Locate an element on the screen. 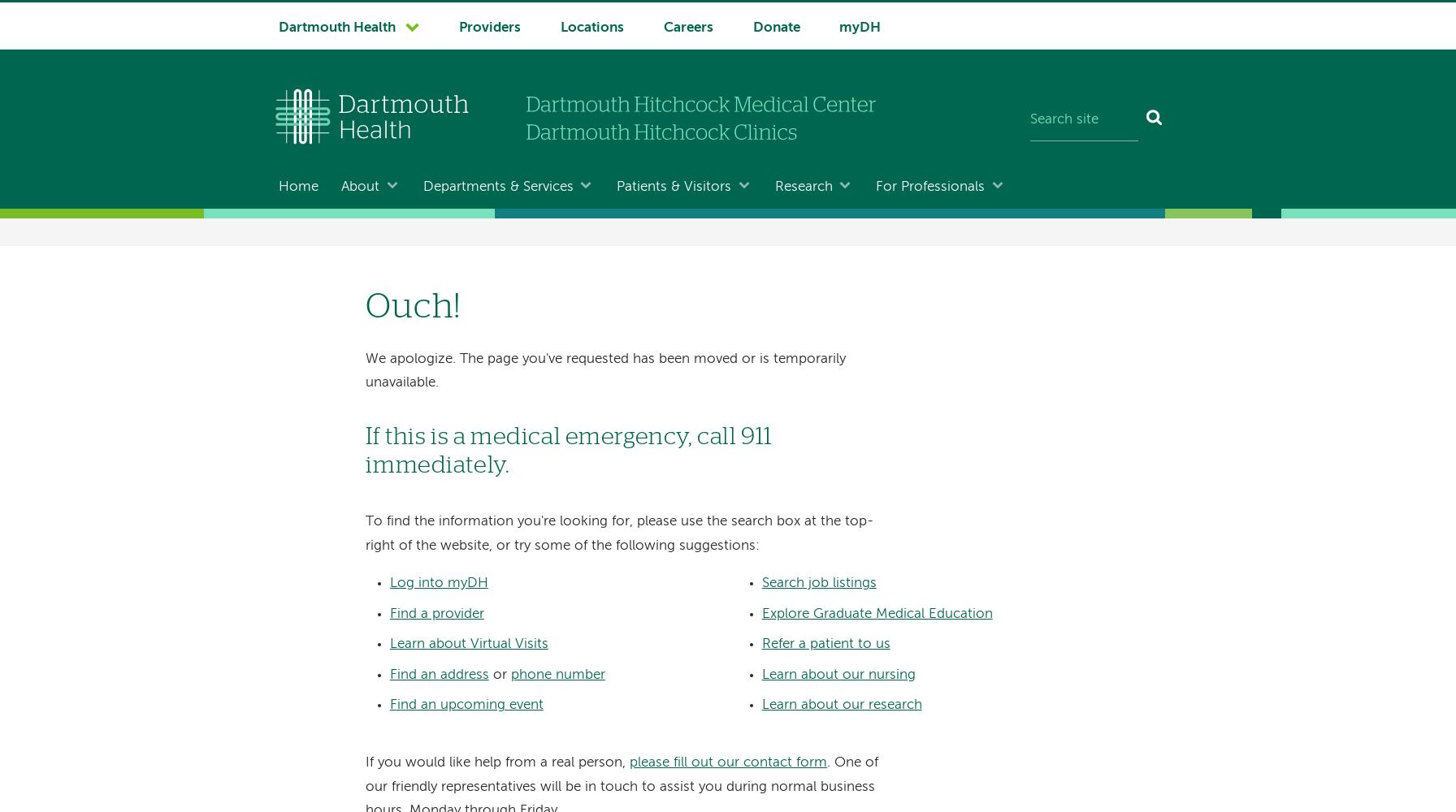  'Patient Wellness & Education' is located at coordinates (666, 427).